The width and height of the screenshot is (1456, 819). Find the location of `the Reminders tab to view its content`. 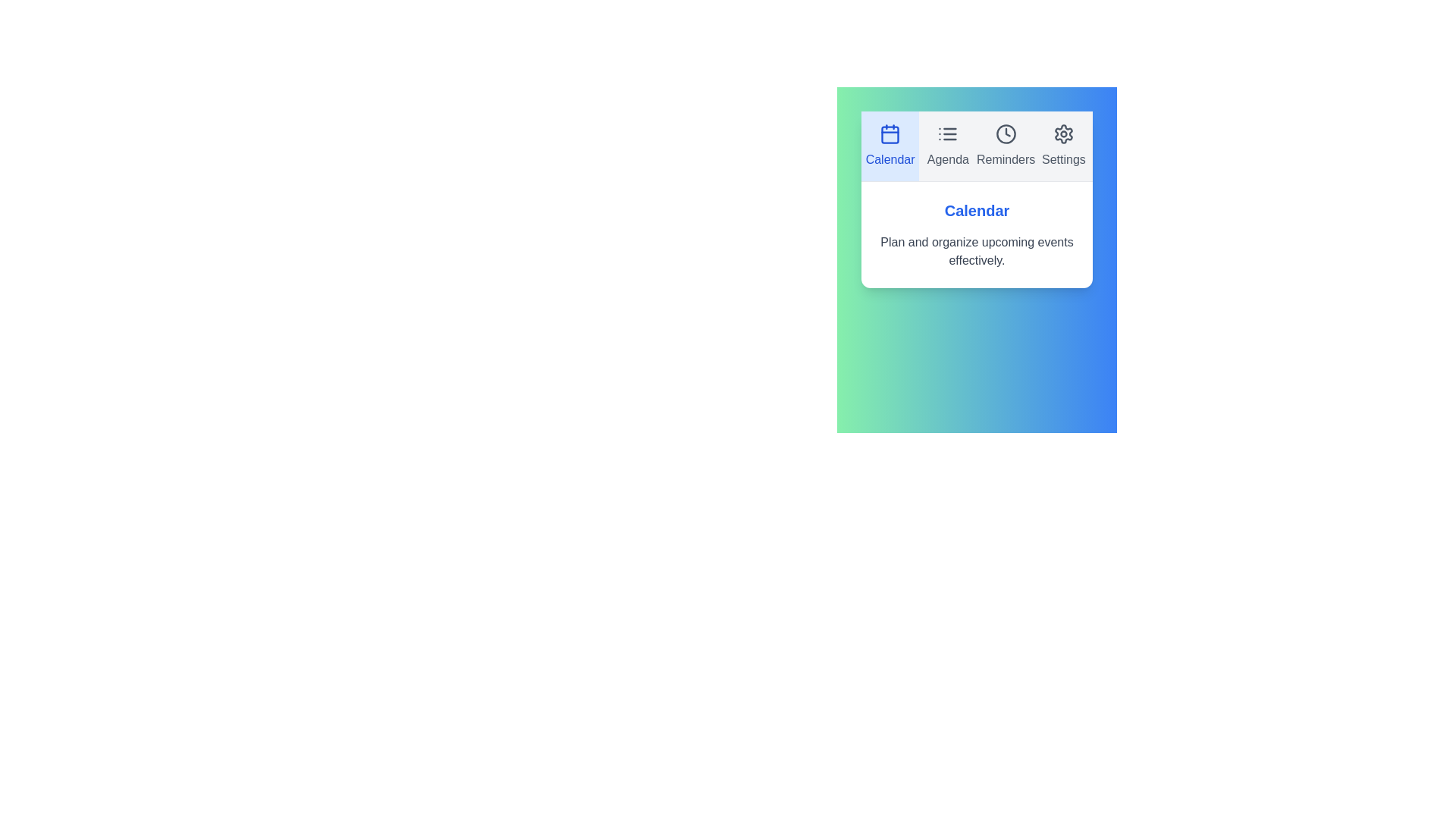

the Reminders tab to view its content is located at coordinates (1006, 146).